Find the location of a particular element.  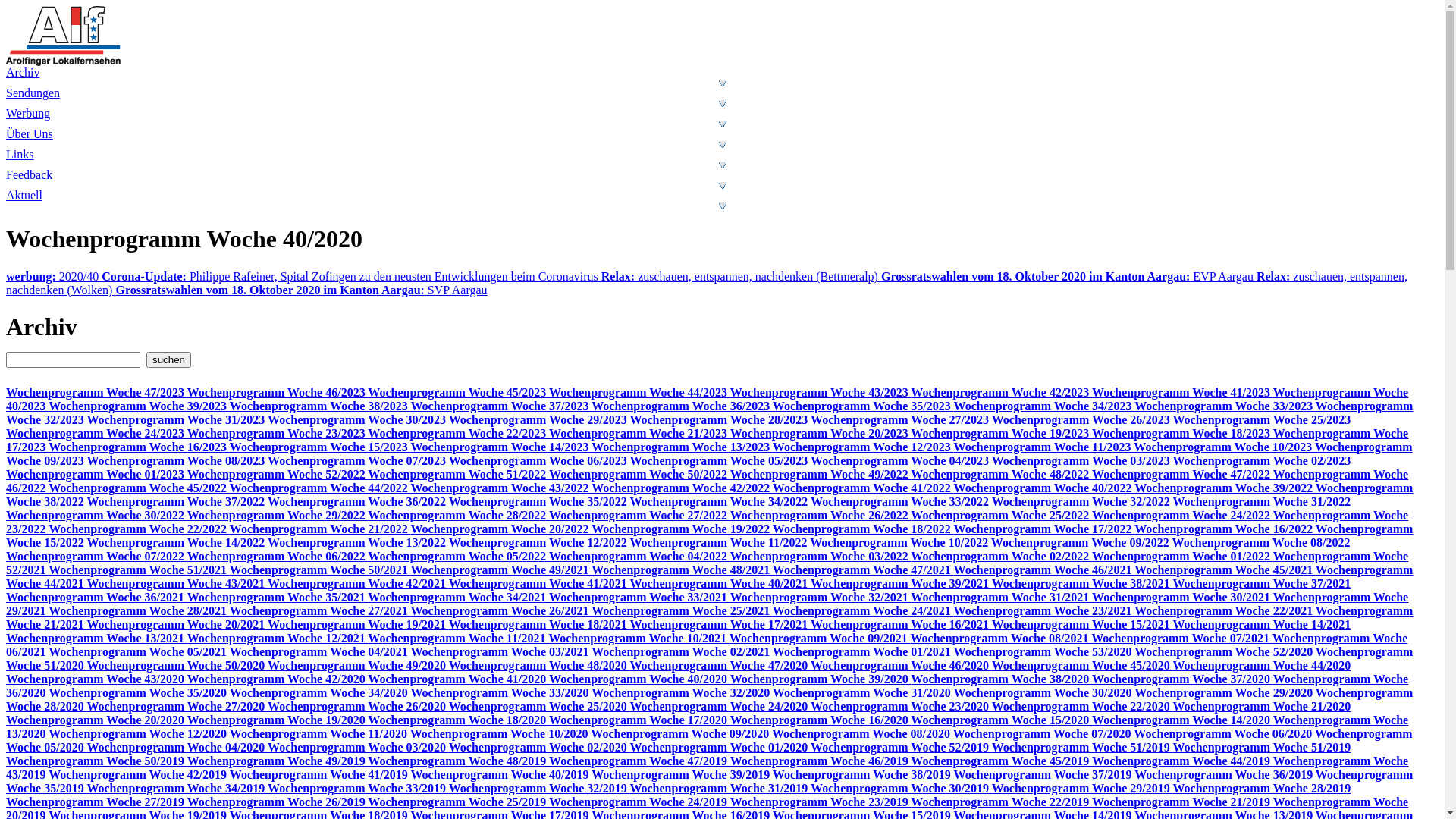

'Wochenprogramm Woche 37/2022' is located at coordinates (86, 501).